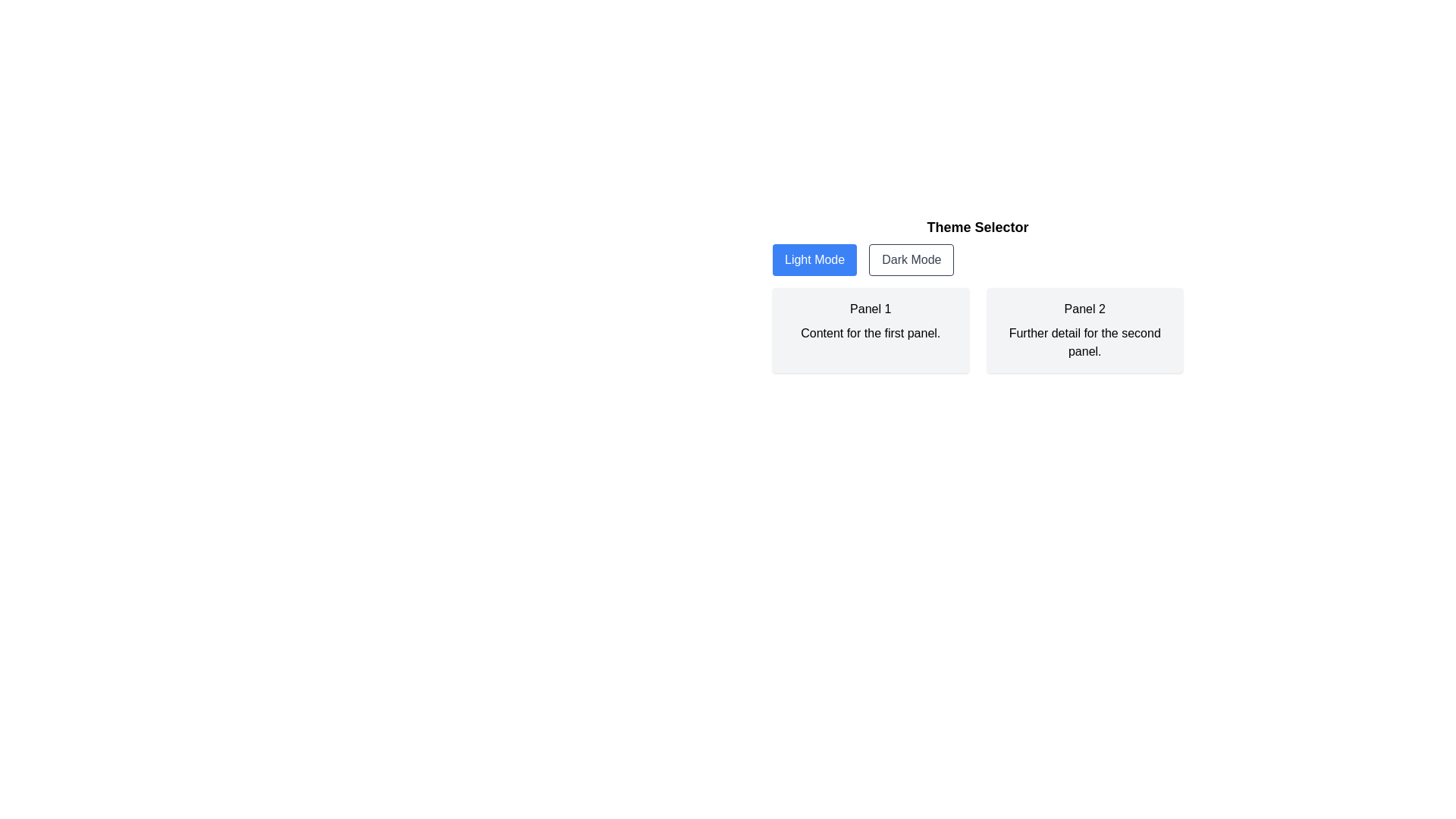 Image resolution: width=1456 pixels, height=819 pixels. Describe the element at coordinates (1084, 342) in the screenshot. I see `additional textual content located in 'Panel 2', which is centered below the panel's title` at that location.